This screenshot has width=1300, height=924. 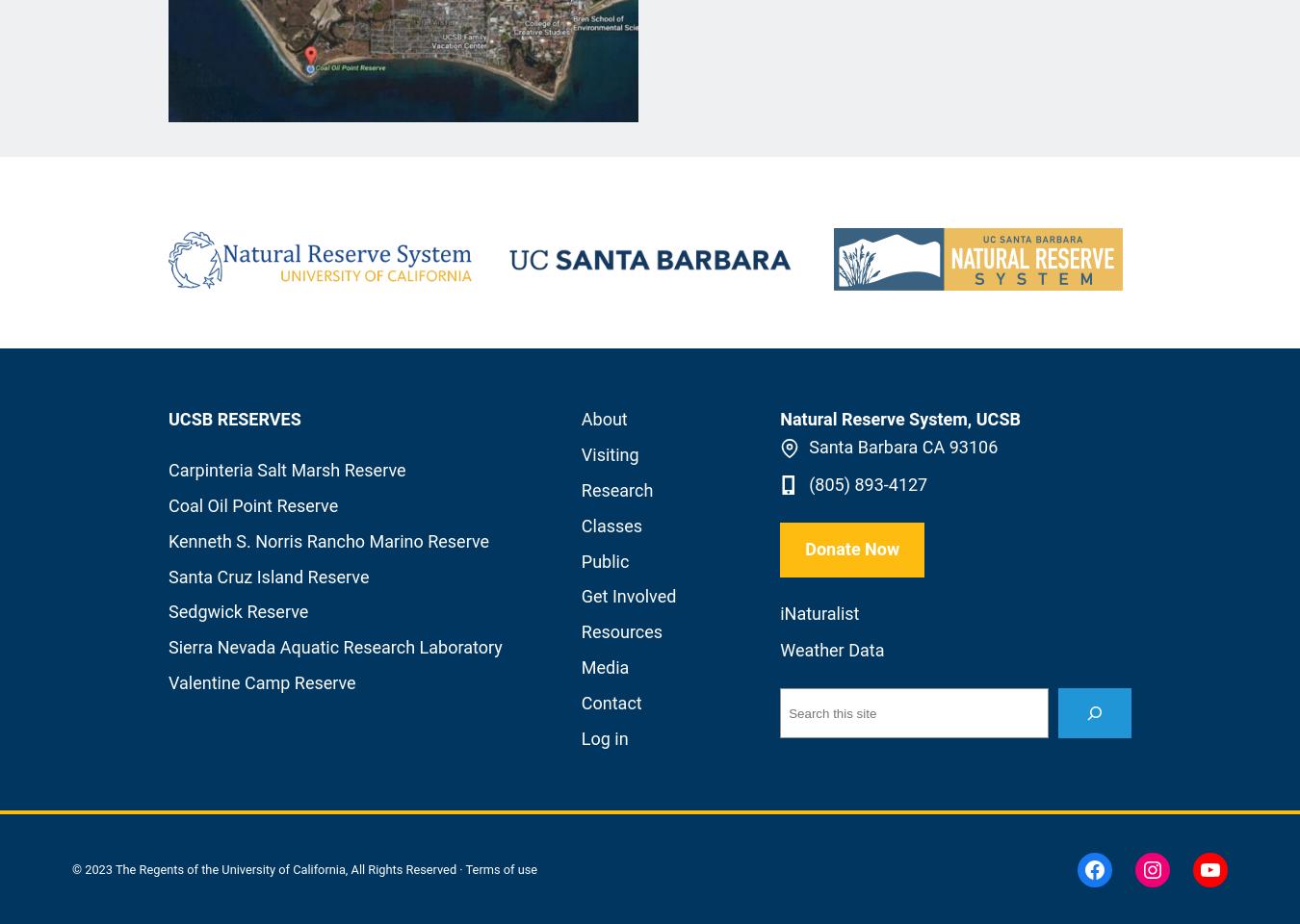 I want to click on 'Classes', so click(x=611, y=525).